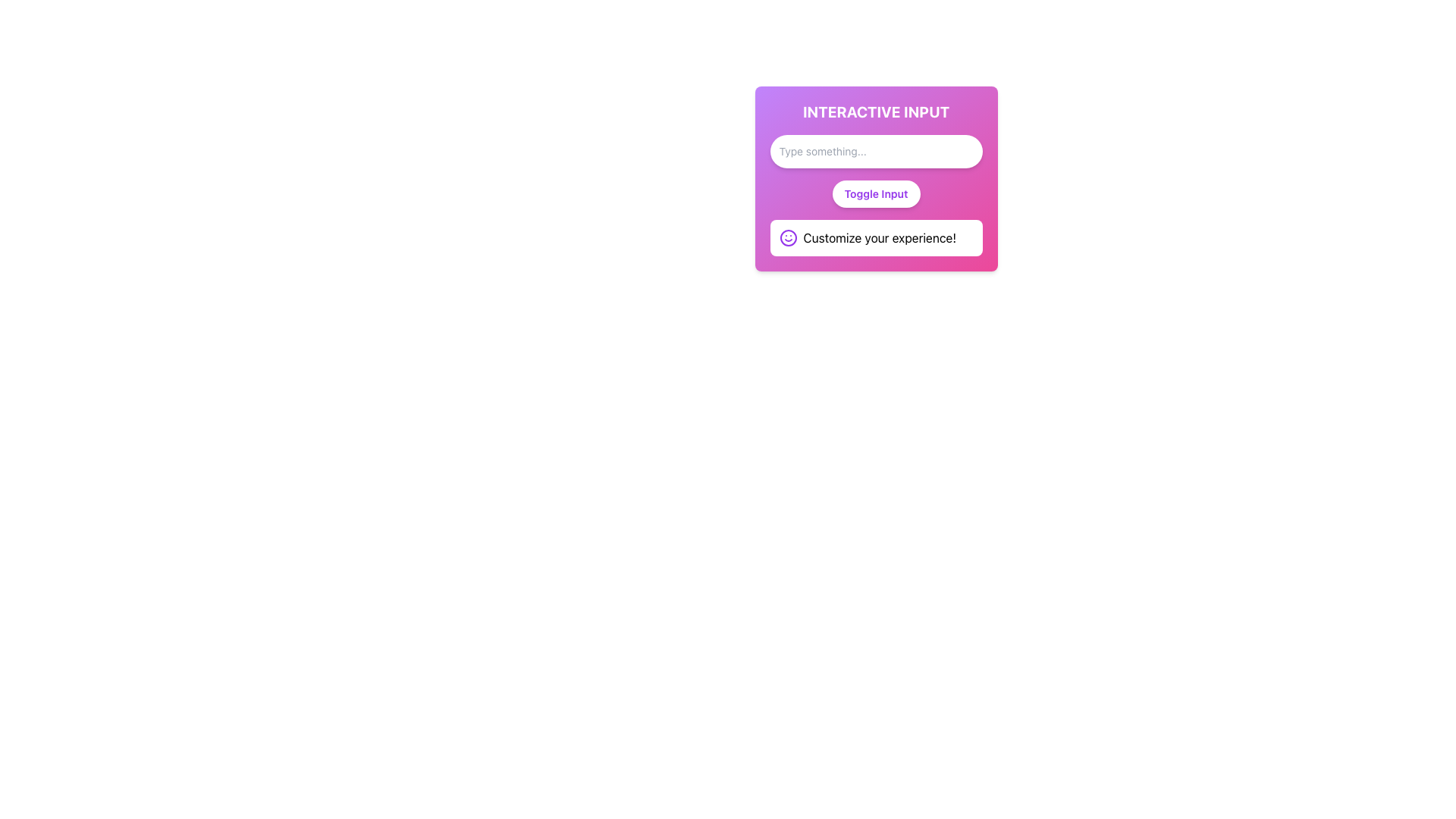 This screenshot has height=819, width=1456. What do you see at coordinates (788, 237) in the screenshot?
I see `the icon located to the left of the 'Customize your experience!' message, which serves as a visual representation of the message` at bounding box center [788, 237].